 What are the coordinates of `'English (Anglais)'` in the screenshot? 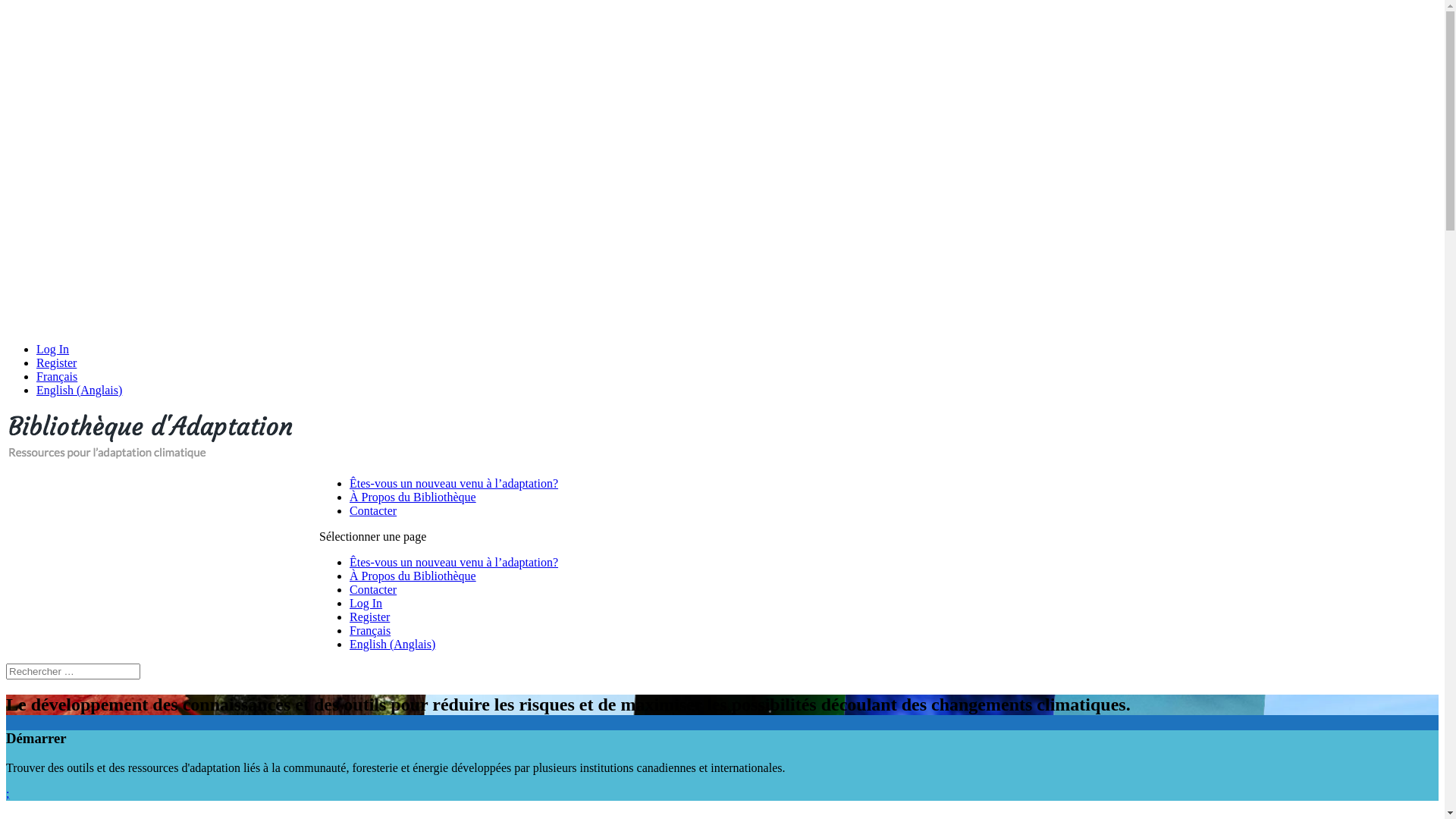 It's located at (78, 389).